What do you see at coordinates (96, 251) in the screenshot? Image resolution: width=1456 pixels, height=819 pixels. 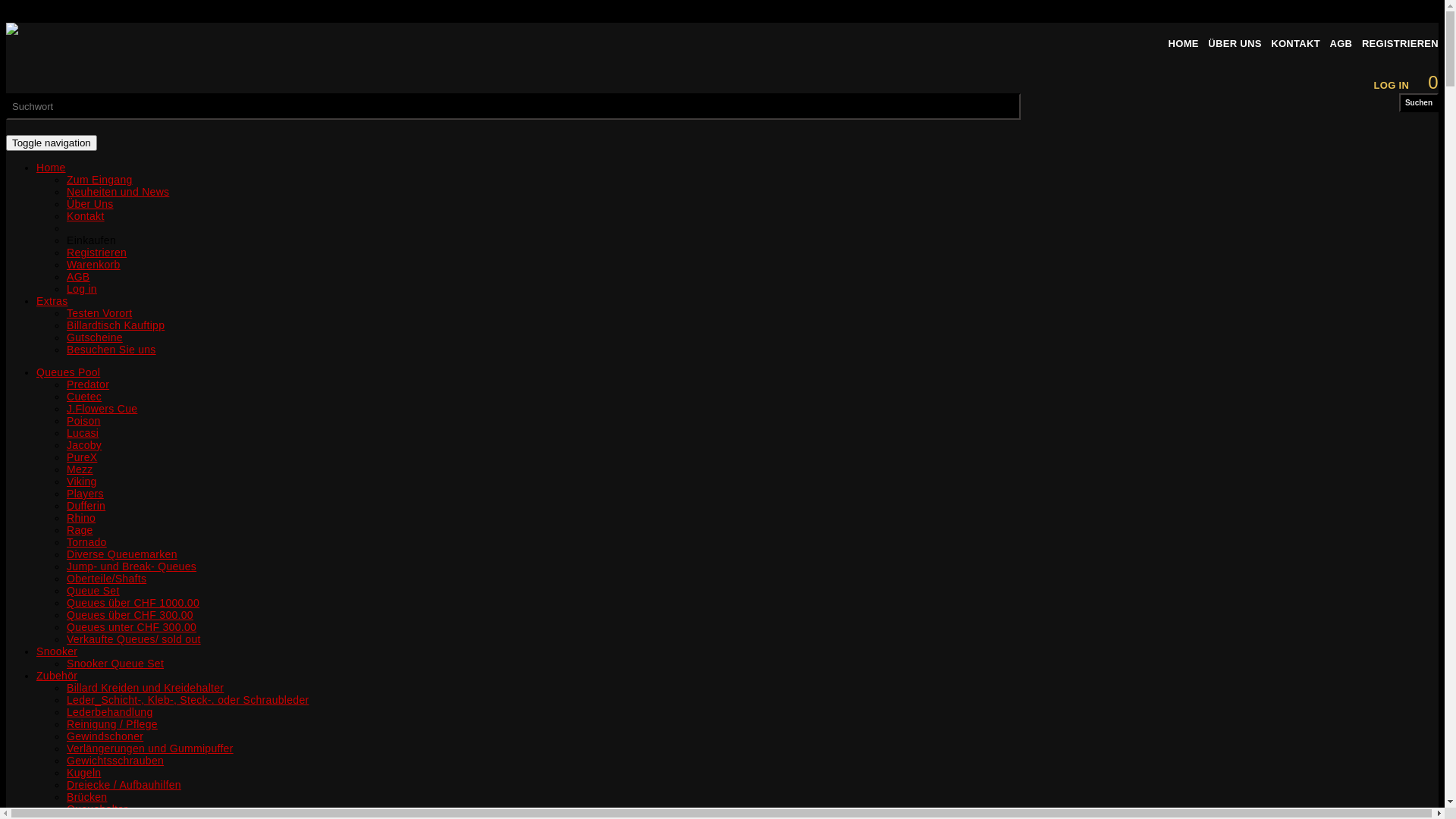 I see `'Registrieren'` at bounding box center [96, 251].